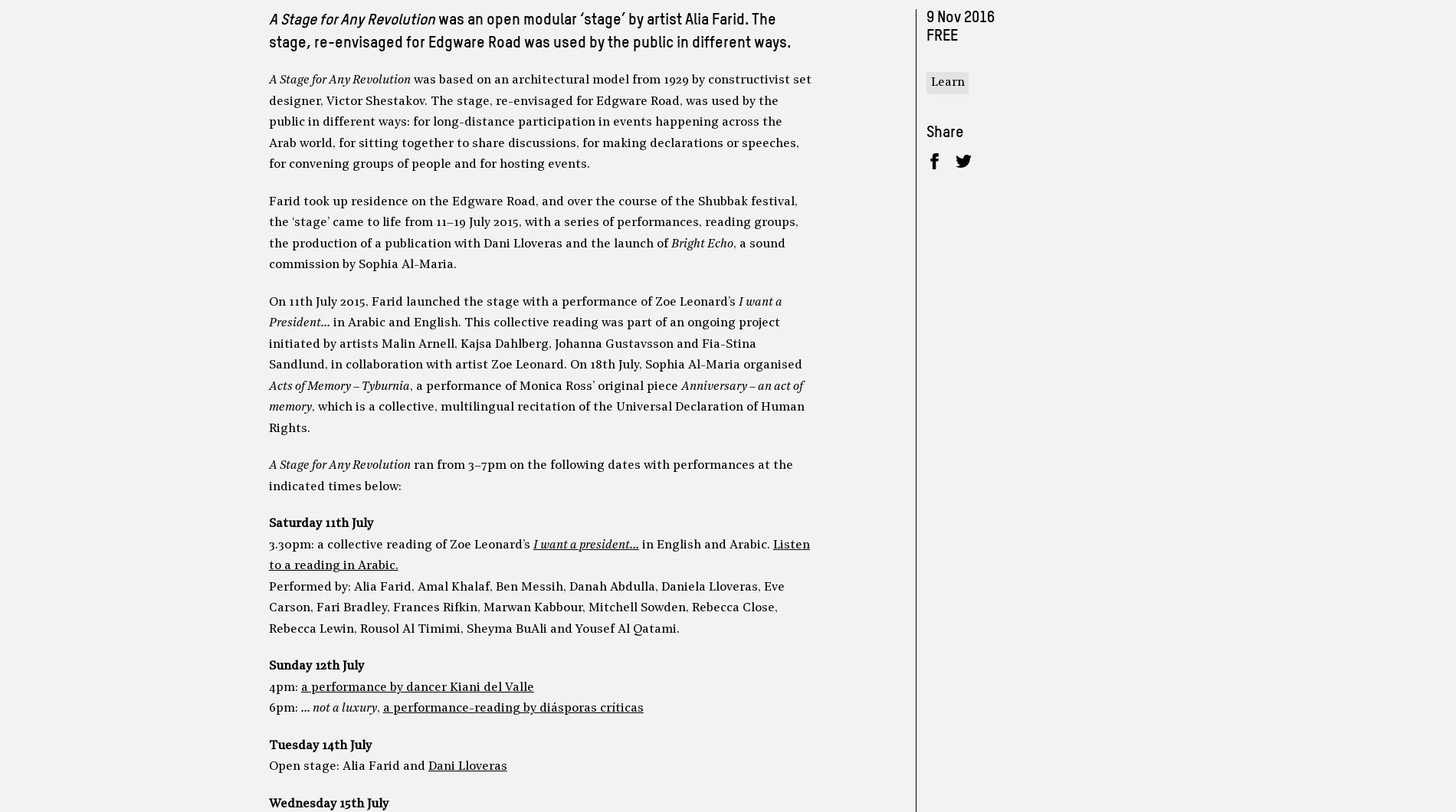 This screenshot has width=1456, height=812. What do you see at coordinates (382, 708) in the screenshot?
I see `'a performance-reading by diásporas críticas'` at bounding box center [382, 708].